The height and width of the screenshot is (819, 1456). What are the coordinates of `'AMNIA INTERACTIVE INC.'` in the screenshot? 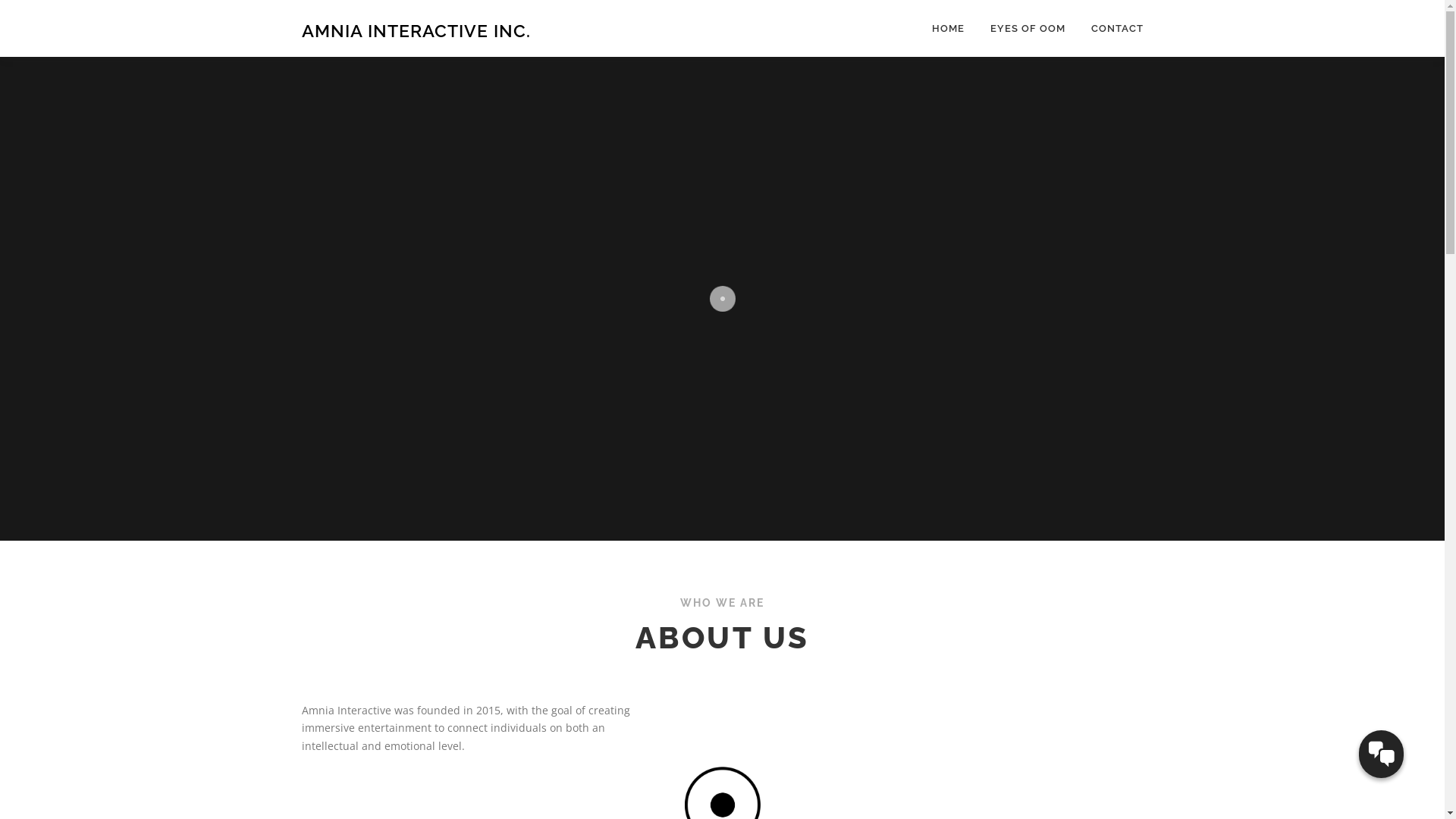 It's located at (416, 30).